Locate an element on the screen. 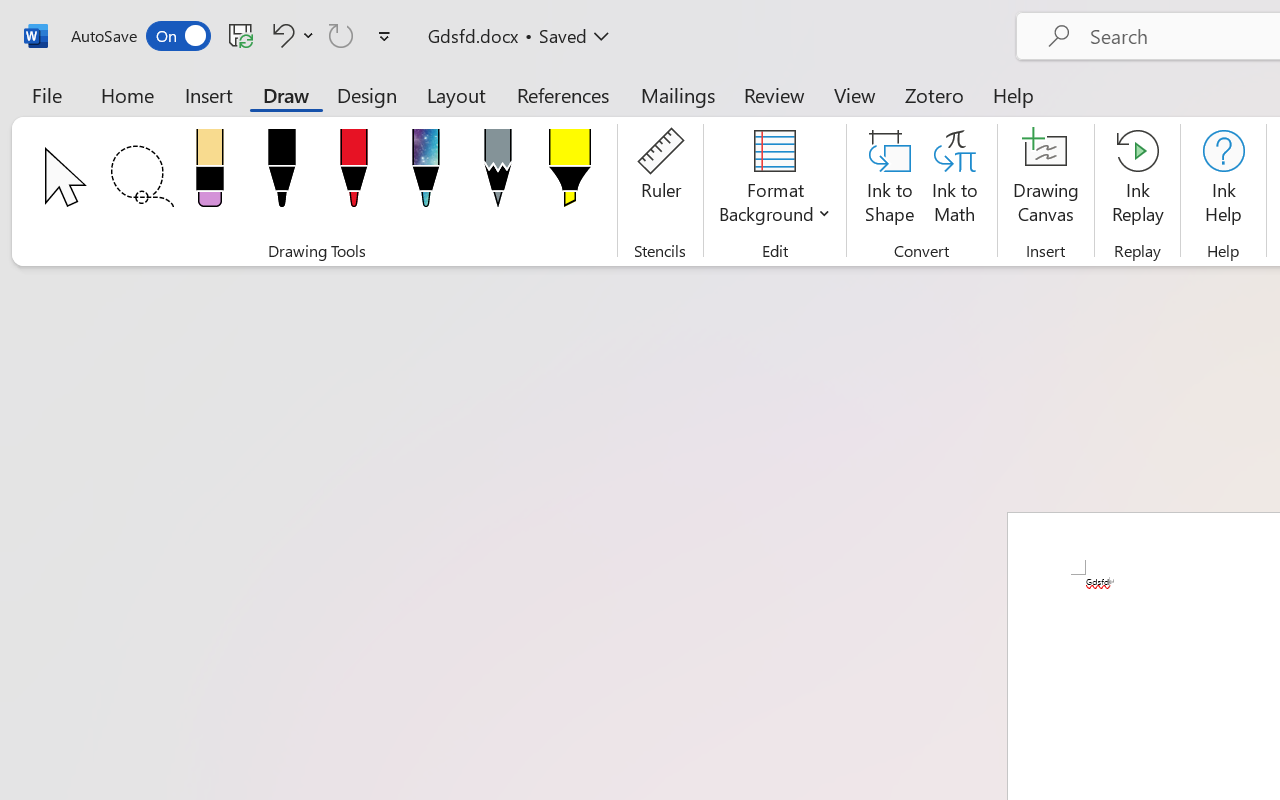 This screenshot has width=1280, height=800. 'Drawing Canvas' is located at coordinates (1045, 179).